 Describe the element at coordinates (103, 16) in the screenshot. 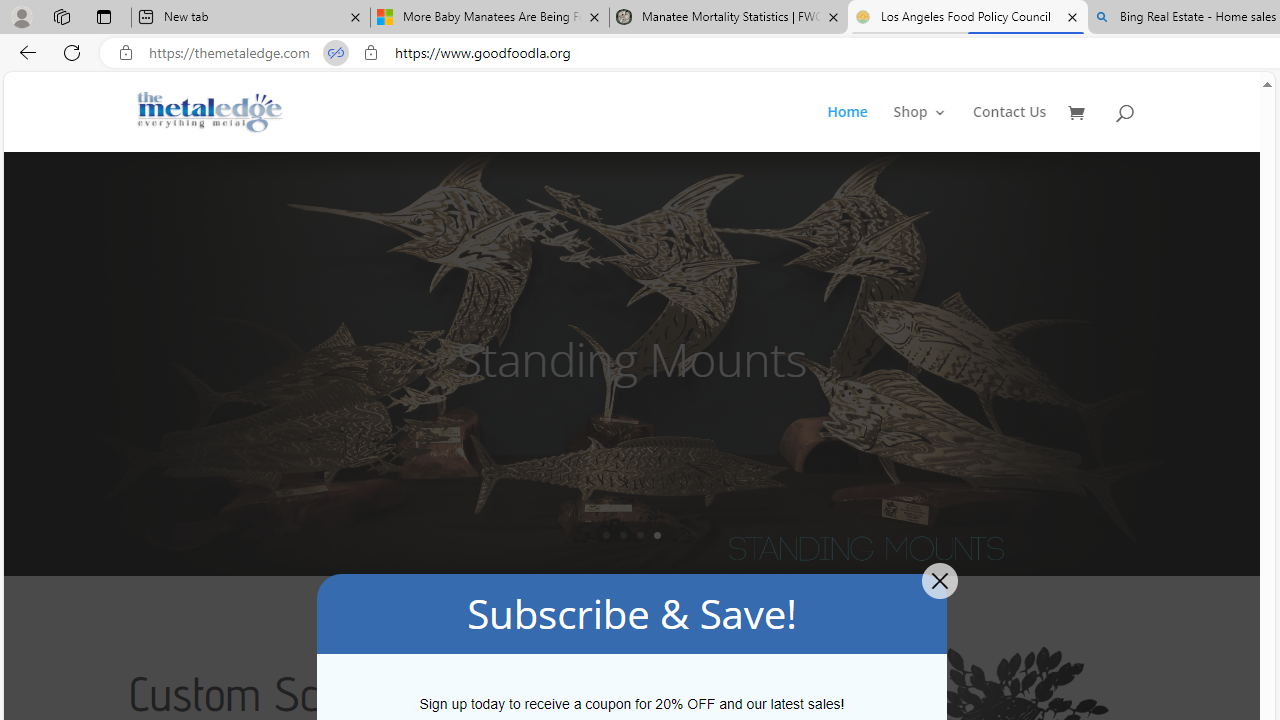

I see `'Tab actions menu'` at that location.